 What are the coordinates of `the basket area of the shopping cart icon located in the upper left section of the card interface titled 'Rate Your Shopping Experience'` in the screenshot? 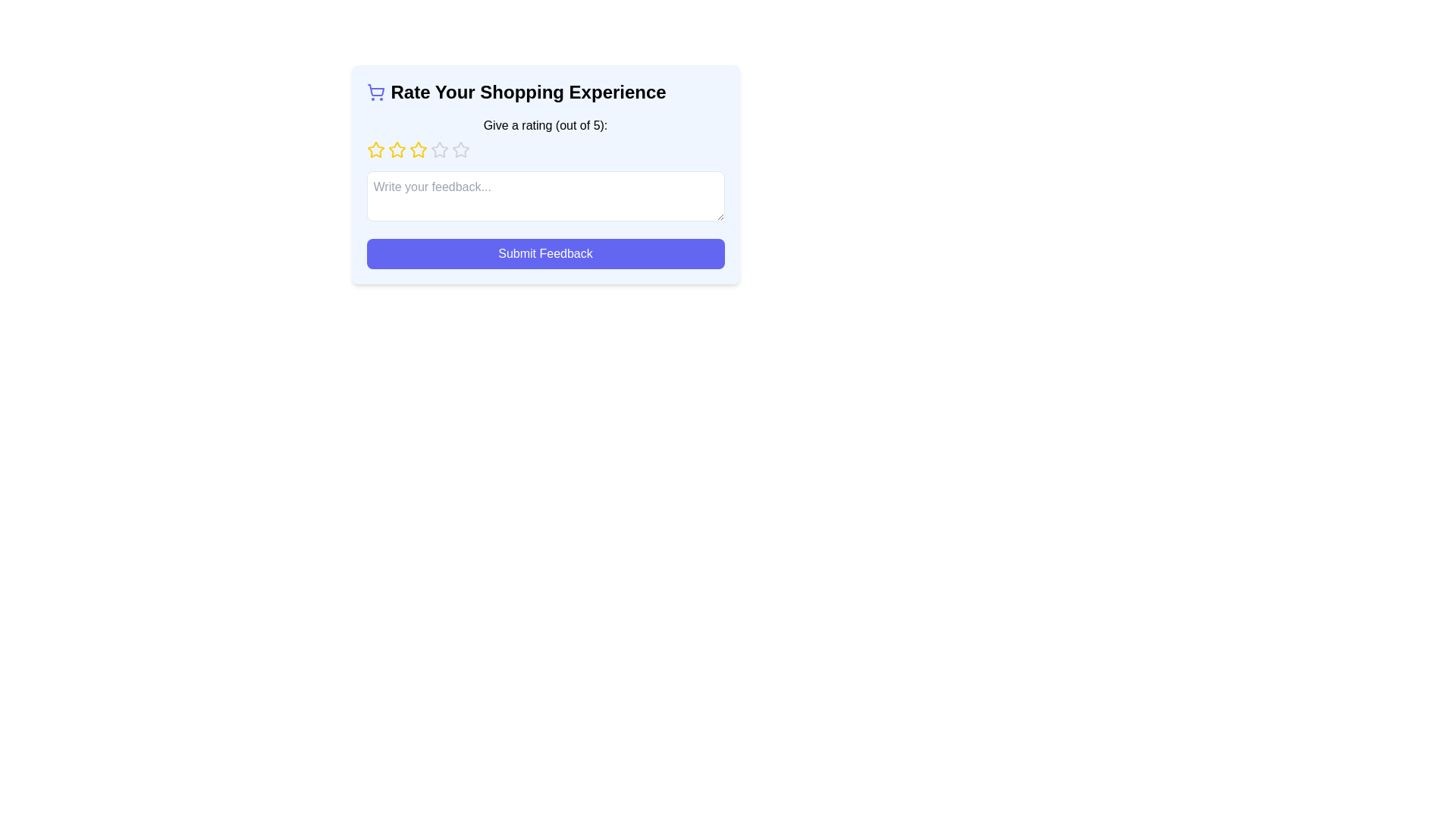 It's located at (375, 90).